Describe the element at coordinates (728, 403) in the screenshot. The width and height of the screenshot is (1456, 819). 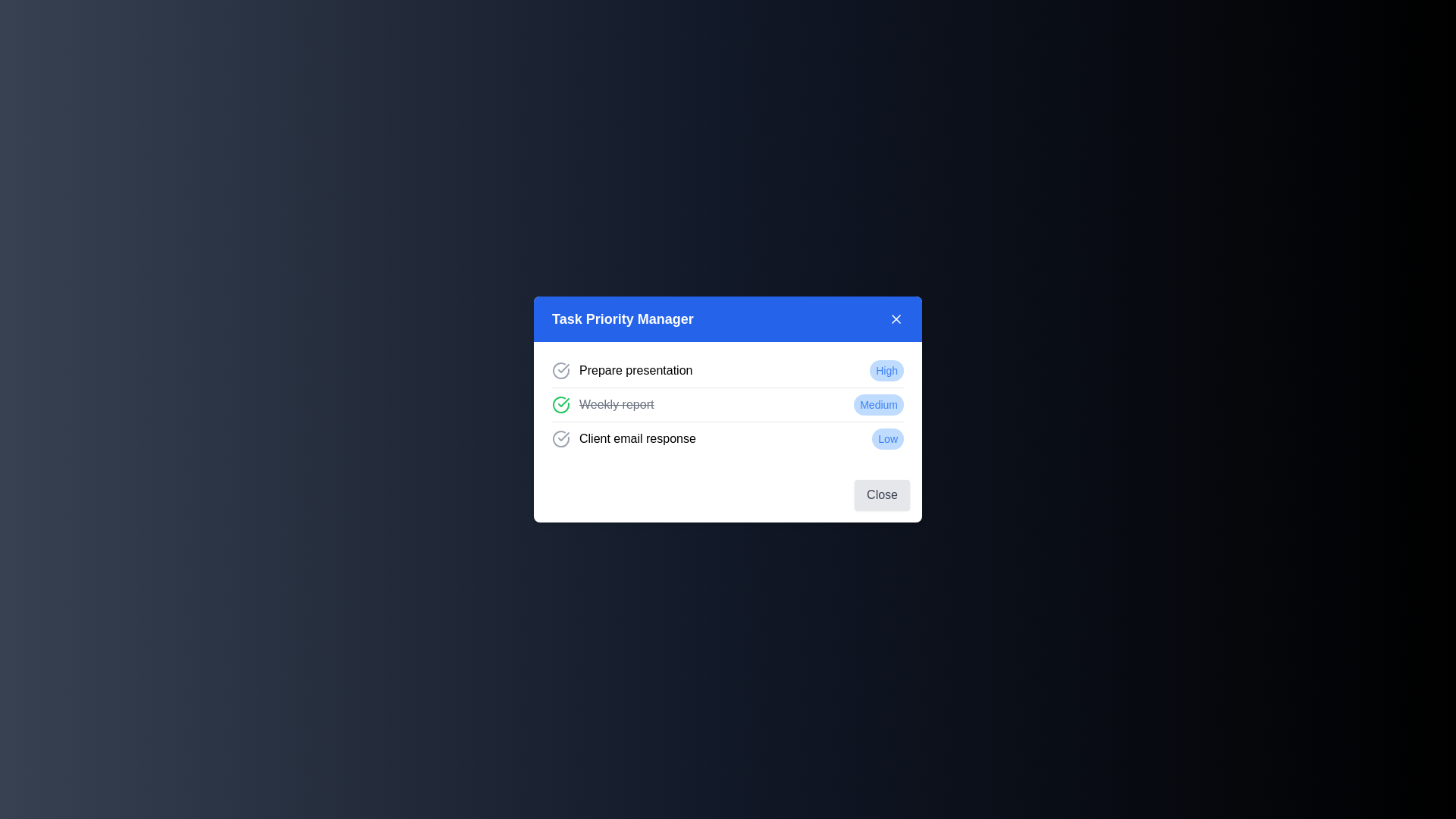
I see `the task list item labeled 'Weekly report' with a 'Medium' priority in the task management interface` at that location.